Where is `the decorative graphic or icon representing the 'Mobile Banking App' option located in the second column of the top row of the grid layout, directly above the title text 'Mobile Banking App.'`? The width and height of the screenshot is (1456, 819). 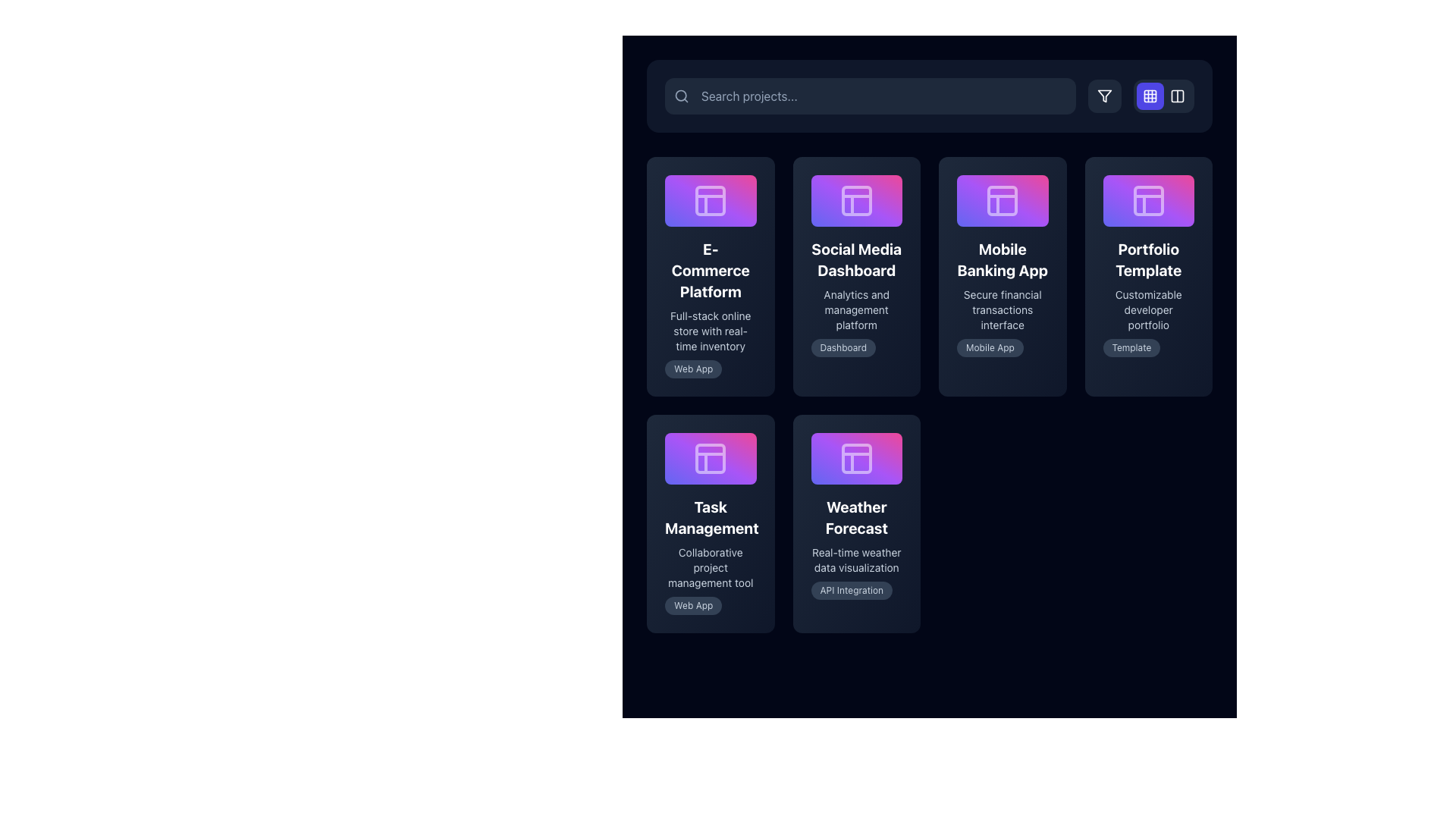 the decorative graphic or icon representing the 'Mobile Banking App' option located in the second column of the top row of the grid layout, directly above the title text 'Mobile Banking App.' is located at coordinates (1003, 199).